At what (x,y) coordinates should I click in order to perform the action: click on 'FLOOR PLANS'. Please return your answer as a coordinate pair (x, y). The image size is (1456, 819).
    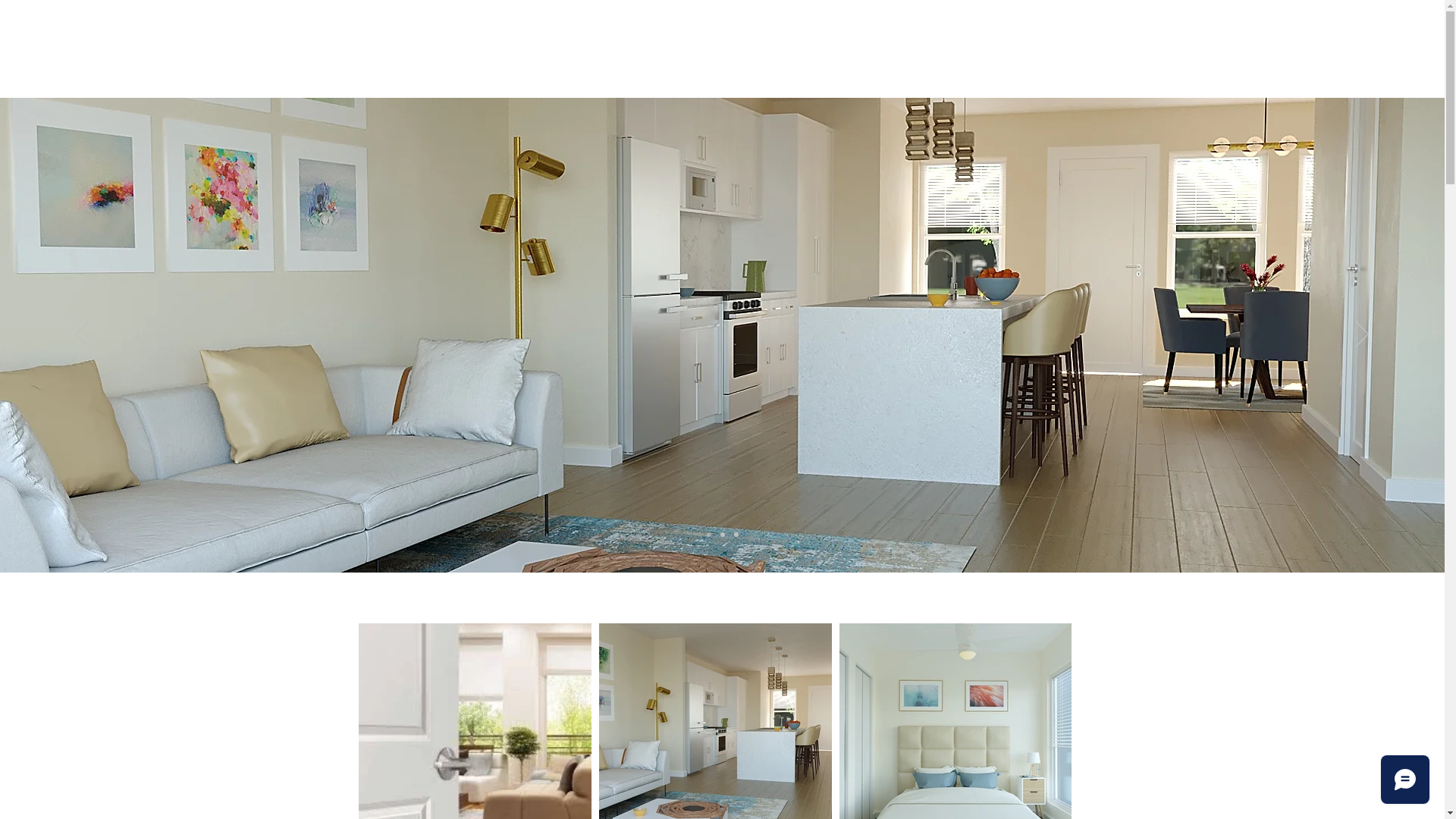
    Looking at the image, I should click on (723, 79).